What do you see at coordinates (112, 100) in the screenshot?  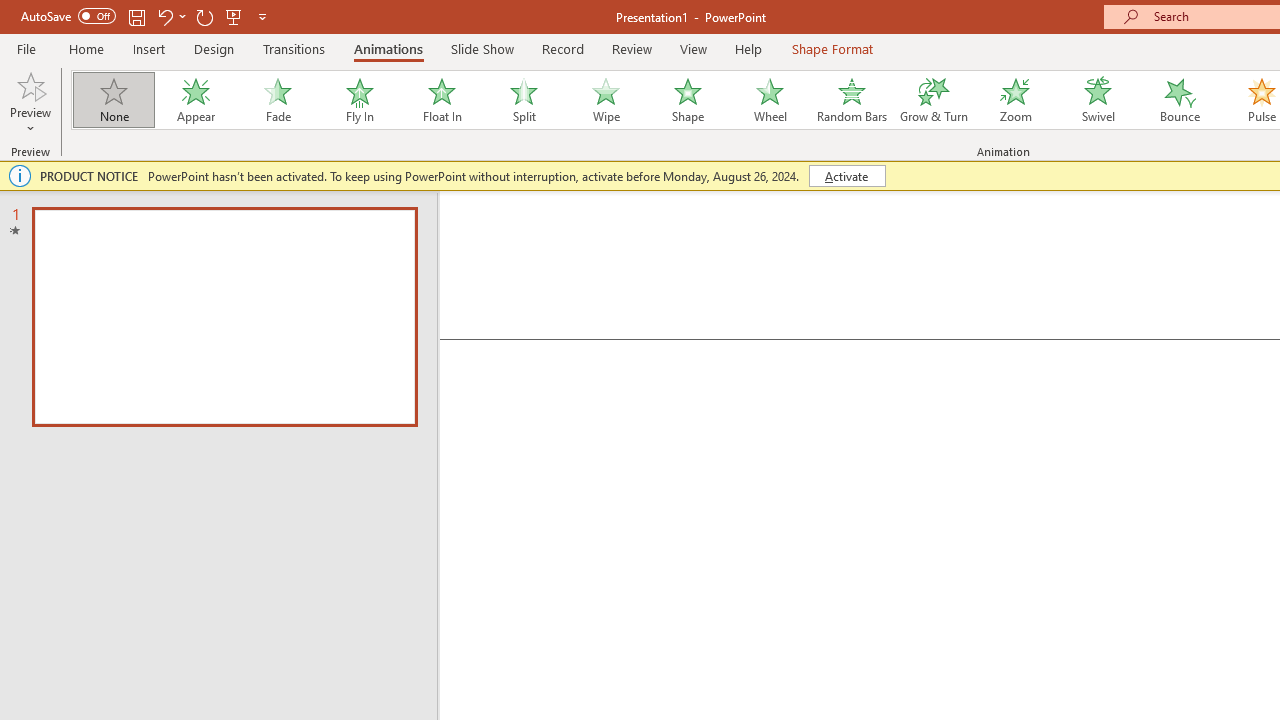 I see `'None'` at bounding box center [112, 100].